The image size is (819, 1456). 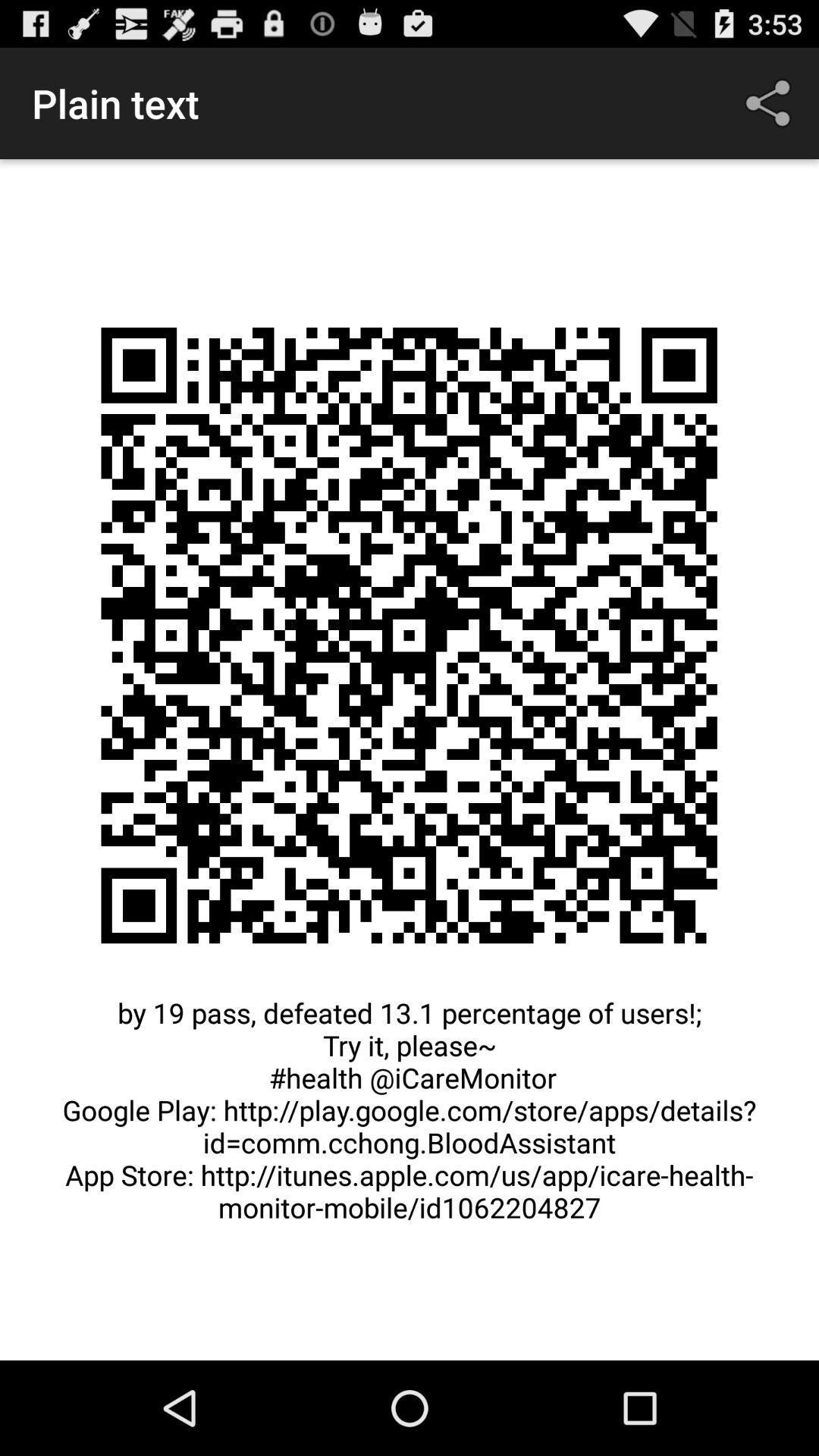 What do you see at coordinates (771, 102) in the screenshot?
I see `icon at the top right corner` at bounding box center [771, 102].